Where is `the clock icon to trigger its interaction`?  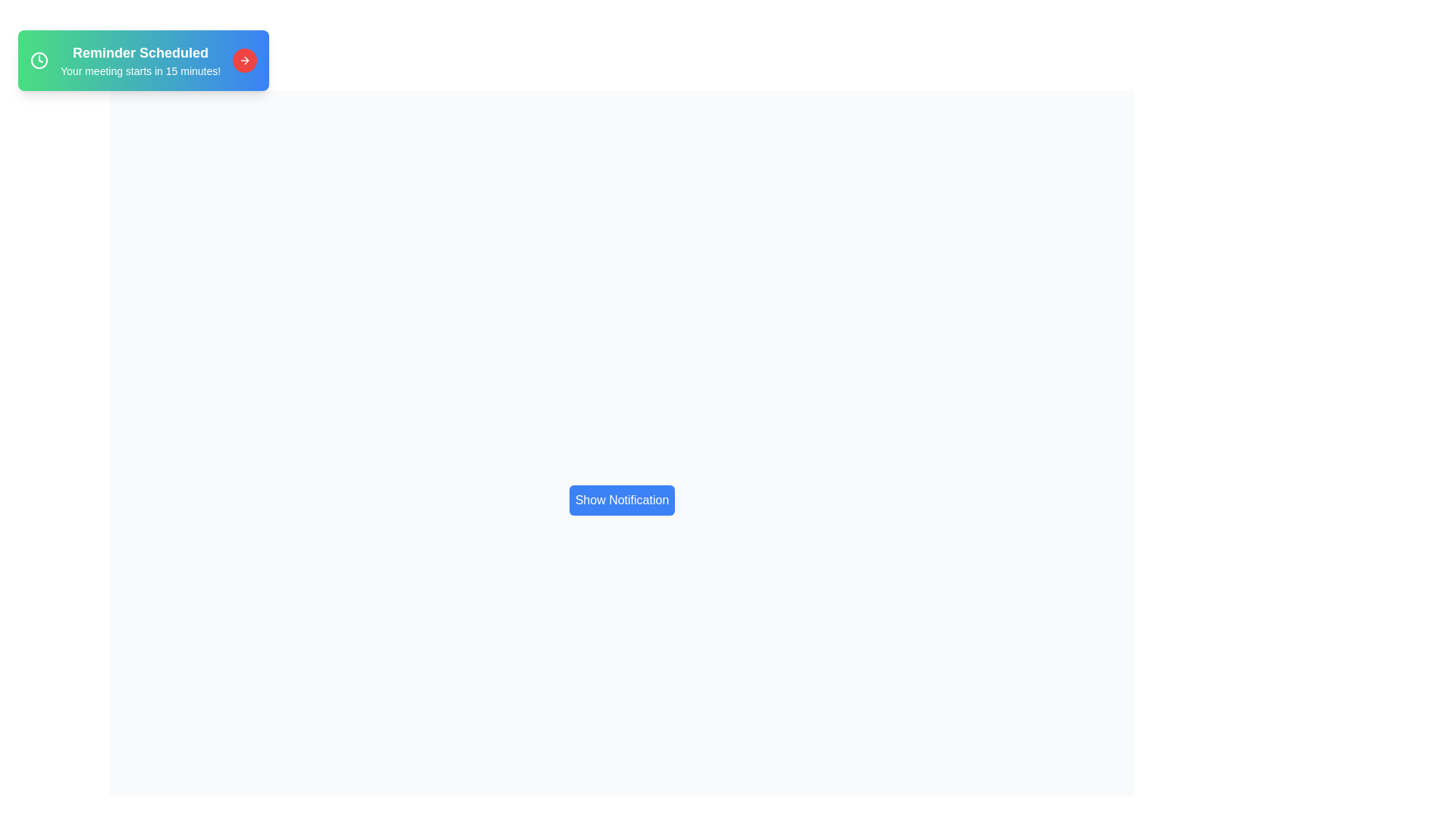
the clock icon to trigger its interaction is located at coordinates (39, 60).